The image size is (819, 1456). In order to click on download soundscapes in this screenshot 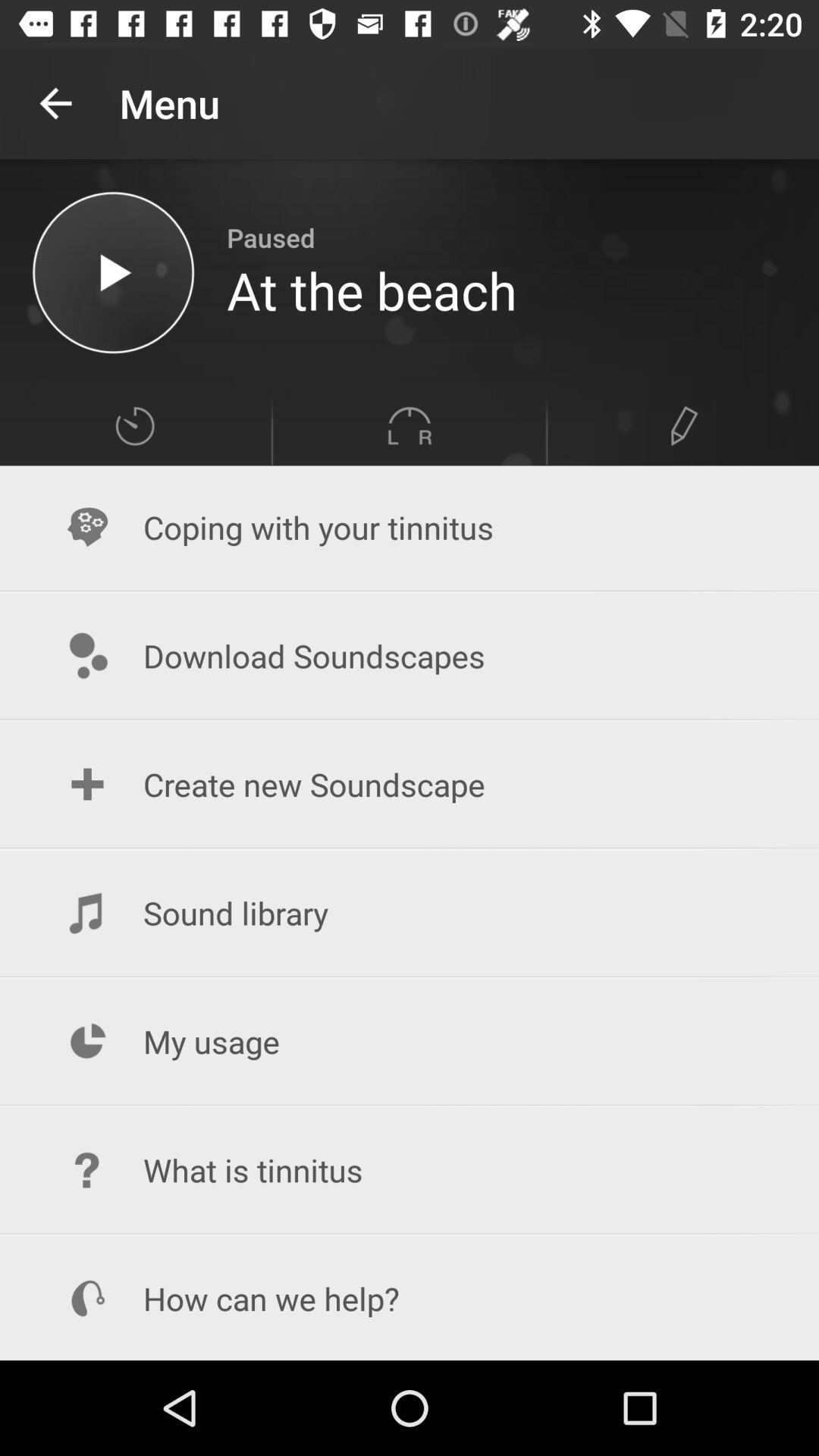, I will do `click(409, 656)`.